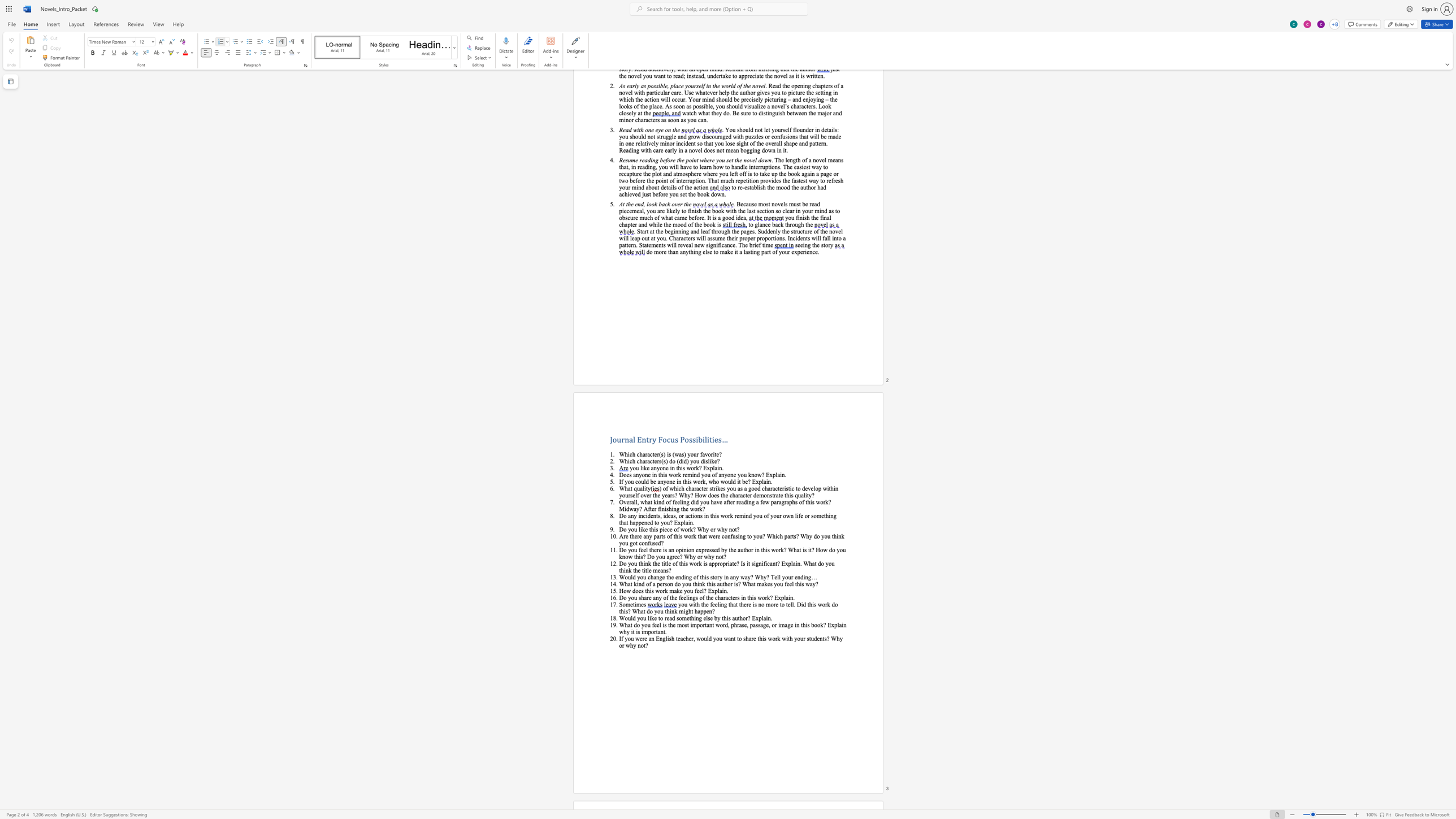 Image resolution: width=1456 pixels, height=819 pixels. Describe the element at coordinates (812, 577) in the screenshot. I see `the space between the continuous character "g" and "…" in the text` at that location.